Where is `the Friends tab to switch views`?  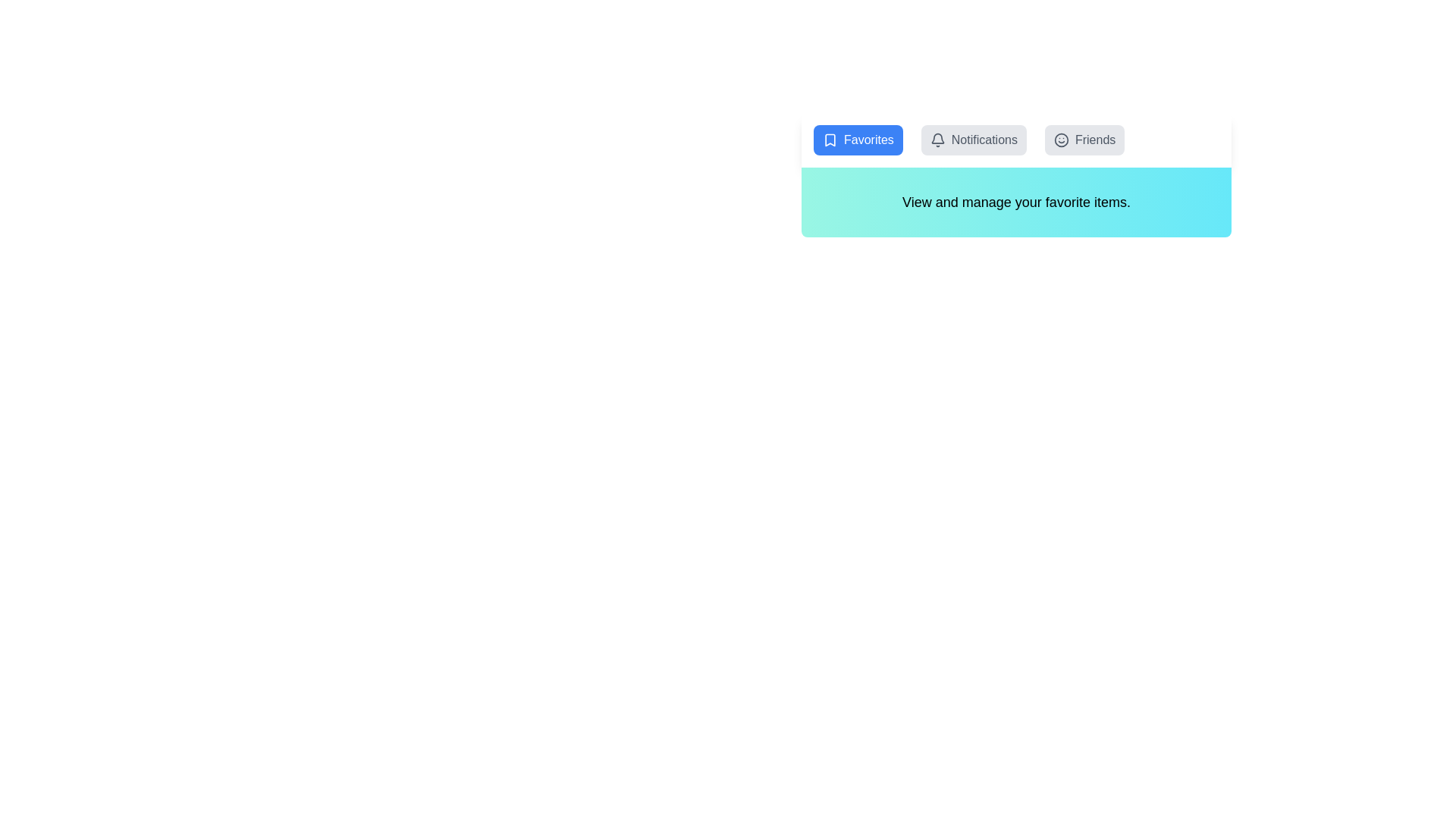 the Friends tab to switch views is located at coordinates (1084, 140).